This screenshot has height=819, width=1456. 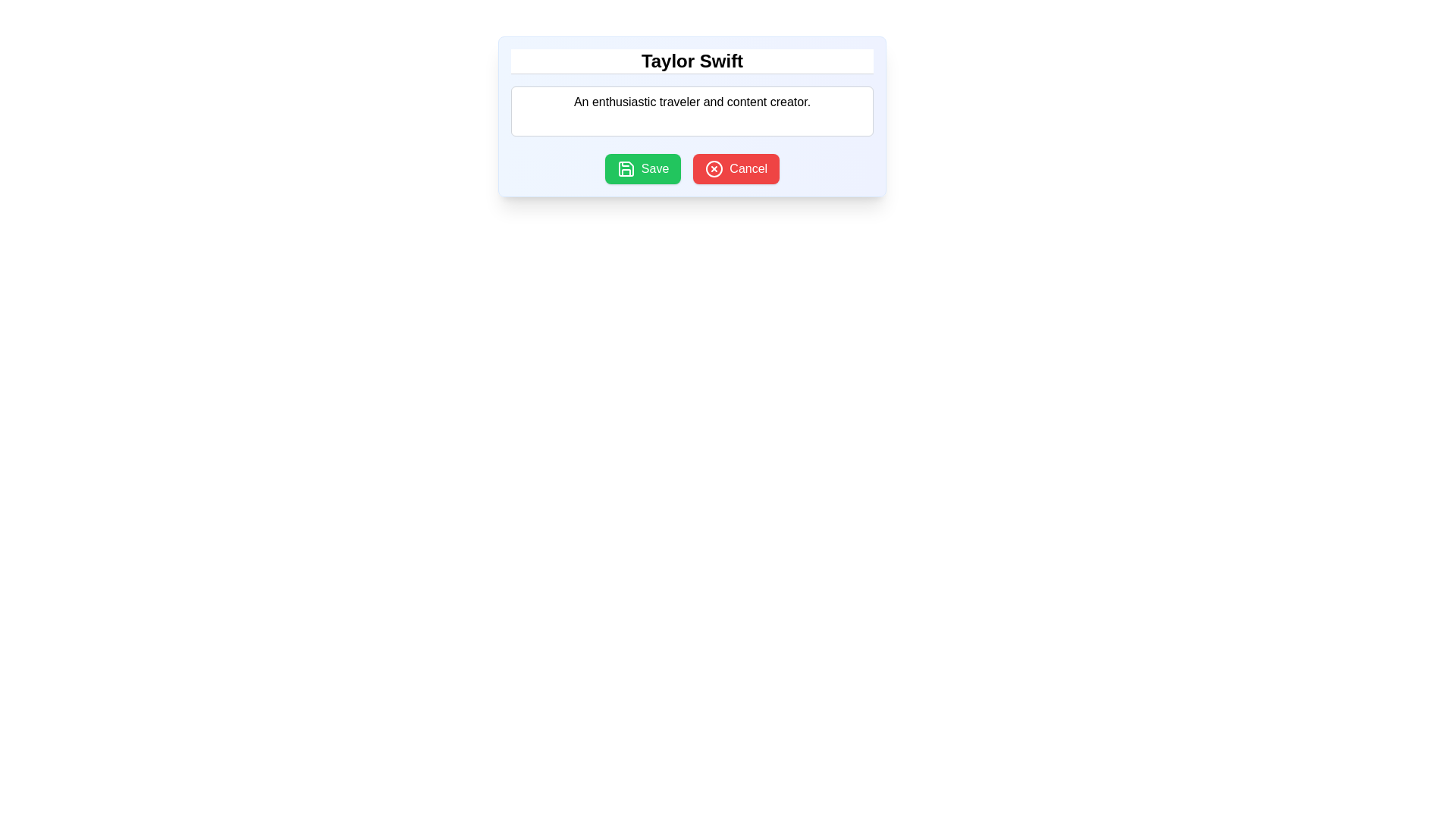 I want to click on the 'Cancel' button that contains the icon indicating its purpose, located at the bottom center of the dialog box, so click(x=713, y=169).